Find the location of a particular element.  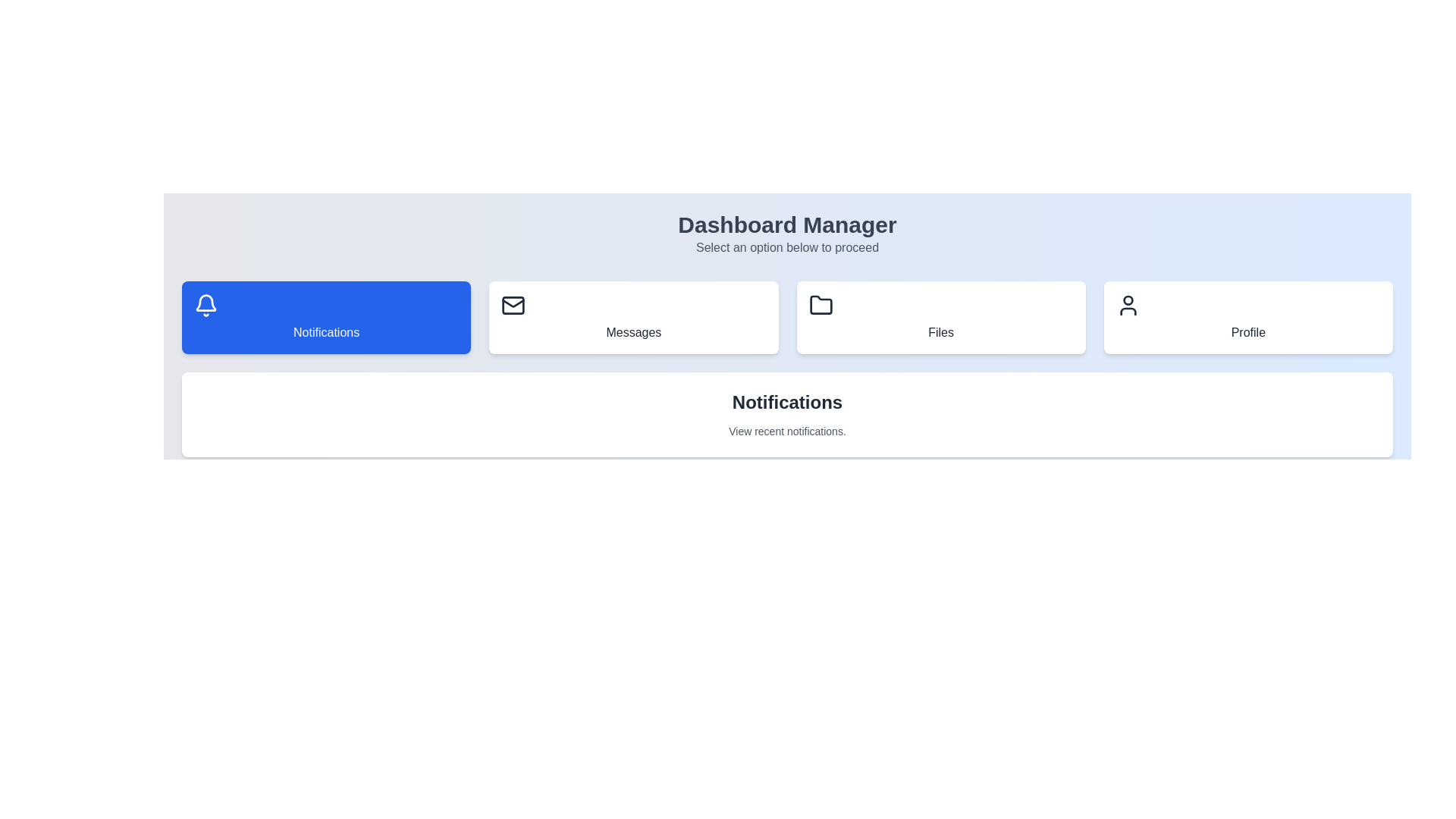

the Graphical Icon within the 'Profile' button, which is the rightmost option in the interface, positioned above the 'Profile' text label is located at coordinates (1128, 305).